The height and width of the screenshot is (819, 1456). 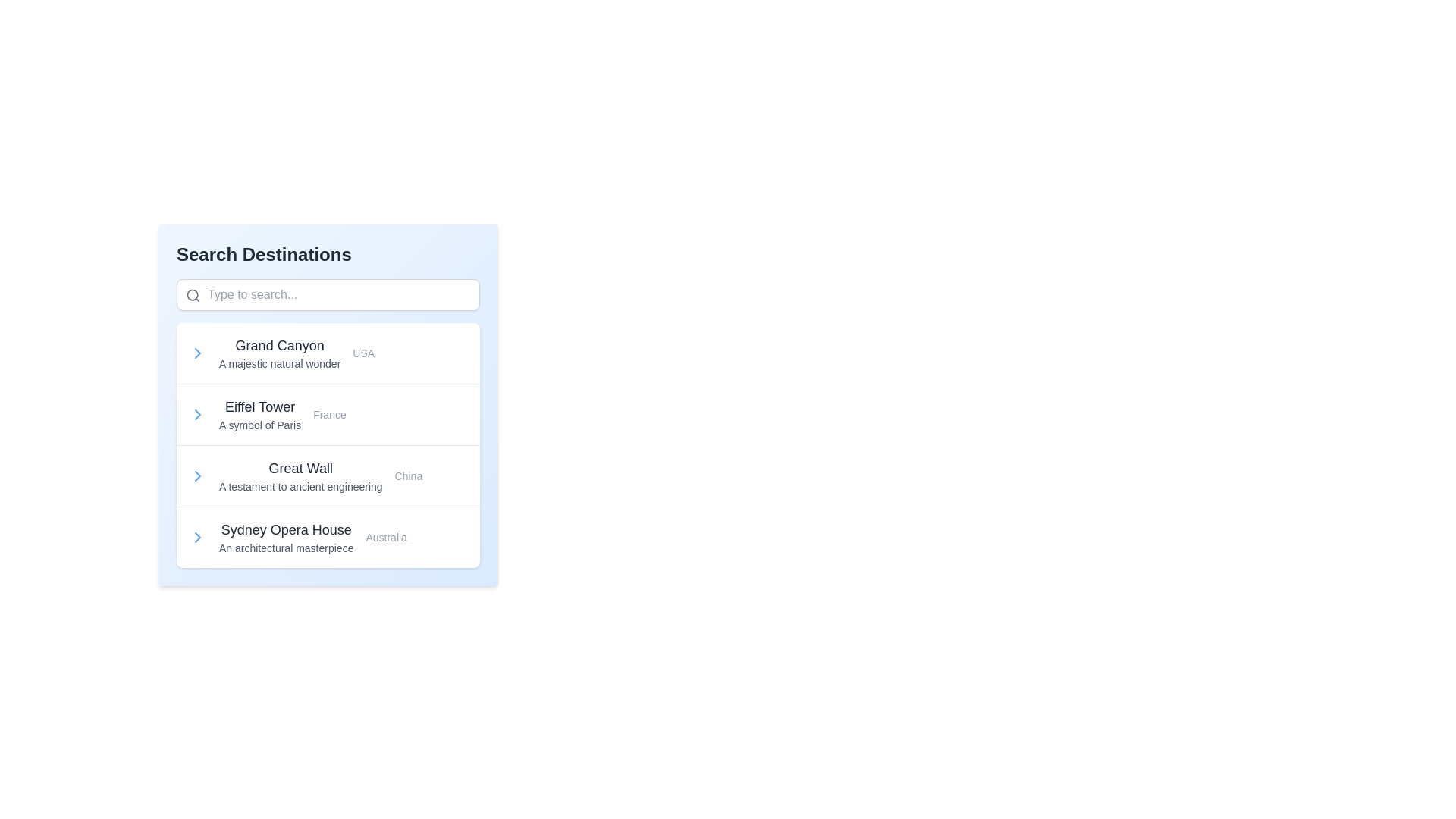 What do you see at coordinates (264, 253) in the screenshot?
I see `the 'Search Destinations' text label, which is styled in a bold font and serves as a prominent heading above the search input field` at bounding box center [264, 253].